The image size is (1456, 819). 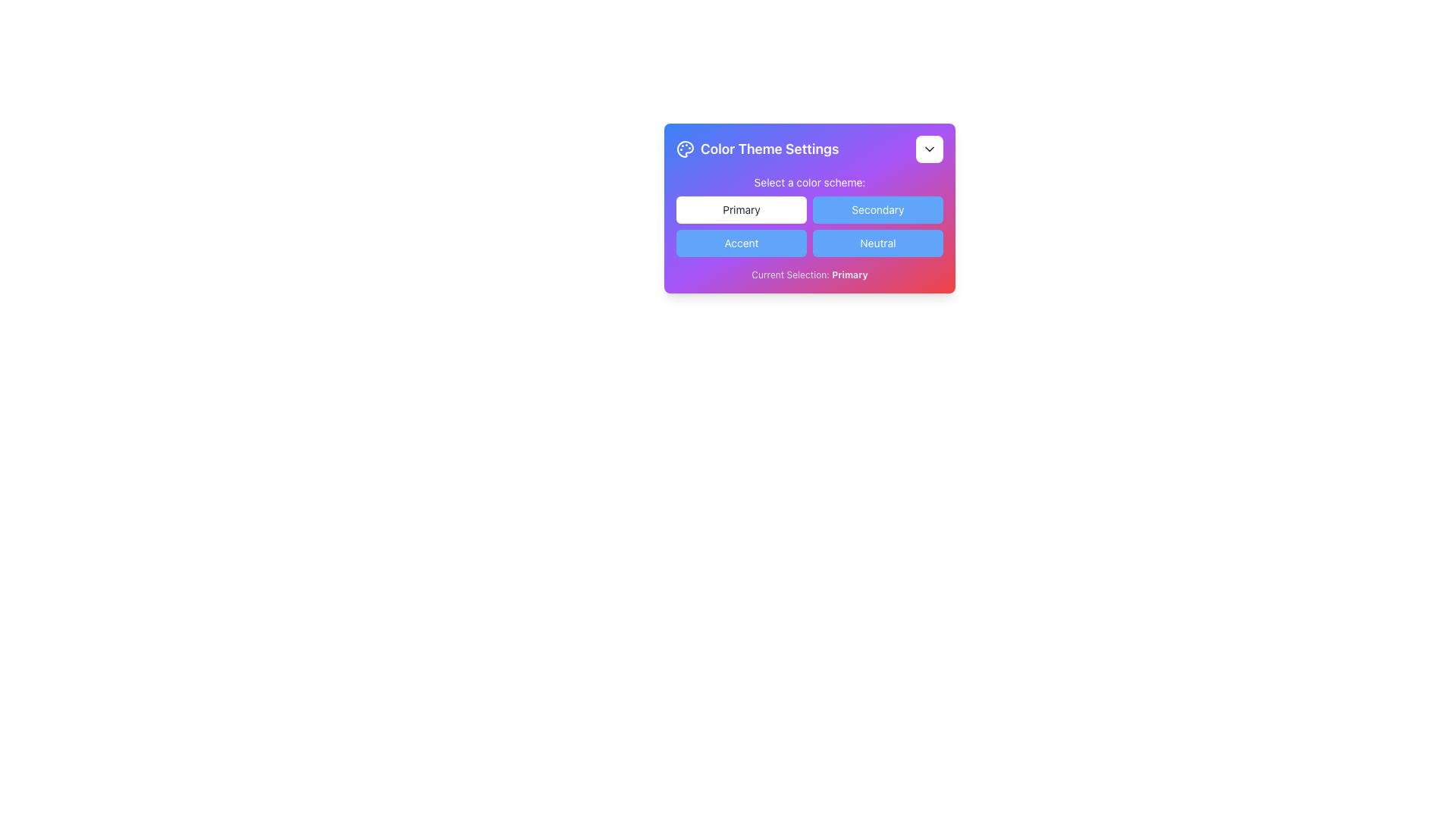 What do you see at coordinates (742, 210) in the screenshot?
I see `the 'Primary' theme color button located in the top row, left column of the grid` at bounding box center [742, 210].